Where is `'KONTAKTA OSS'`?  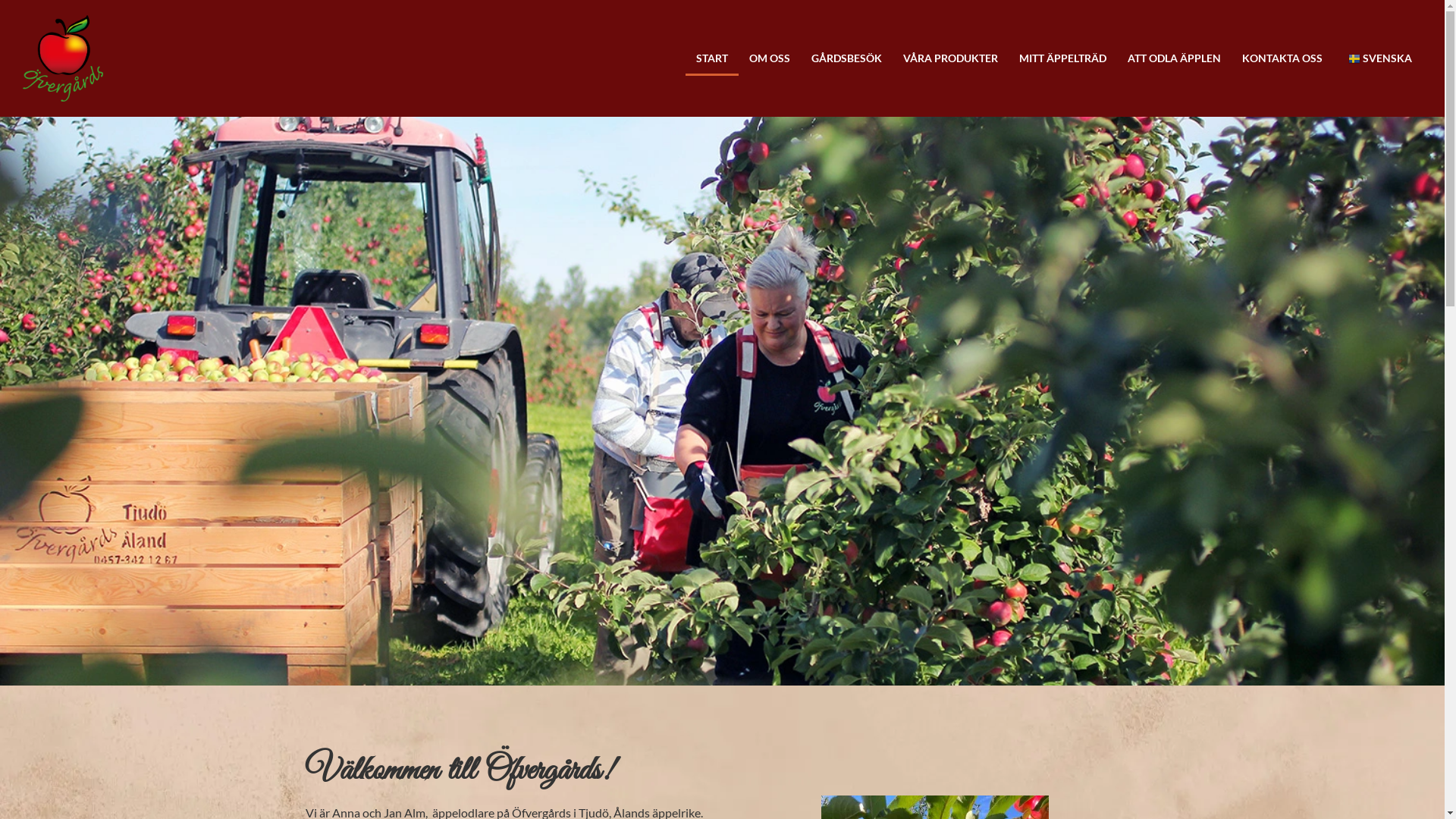
'KONTAKTA OSS' is located at coordinates (1281, 58).